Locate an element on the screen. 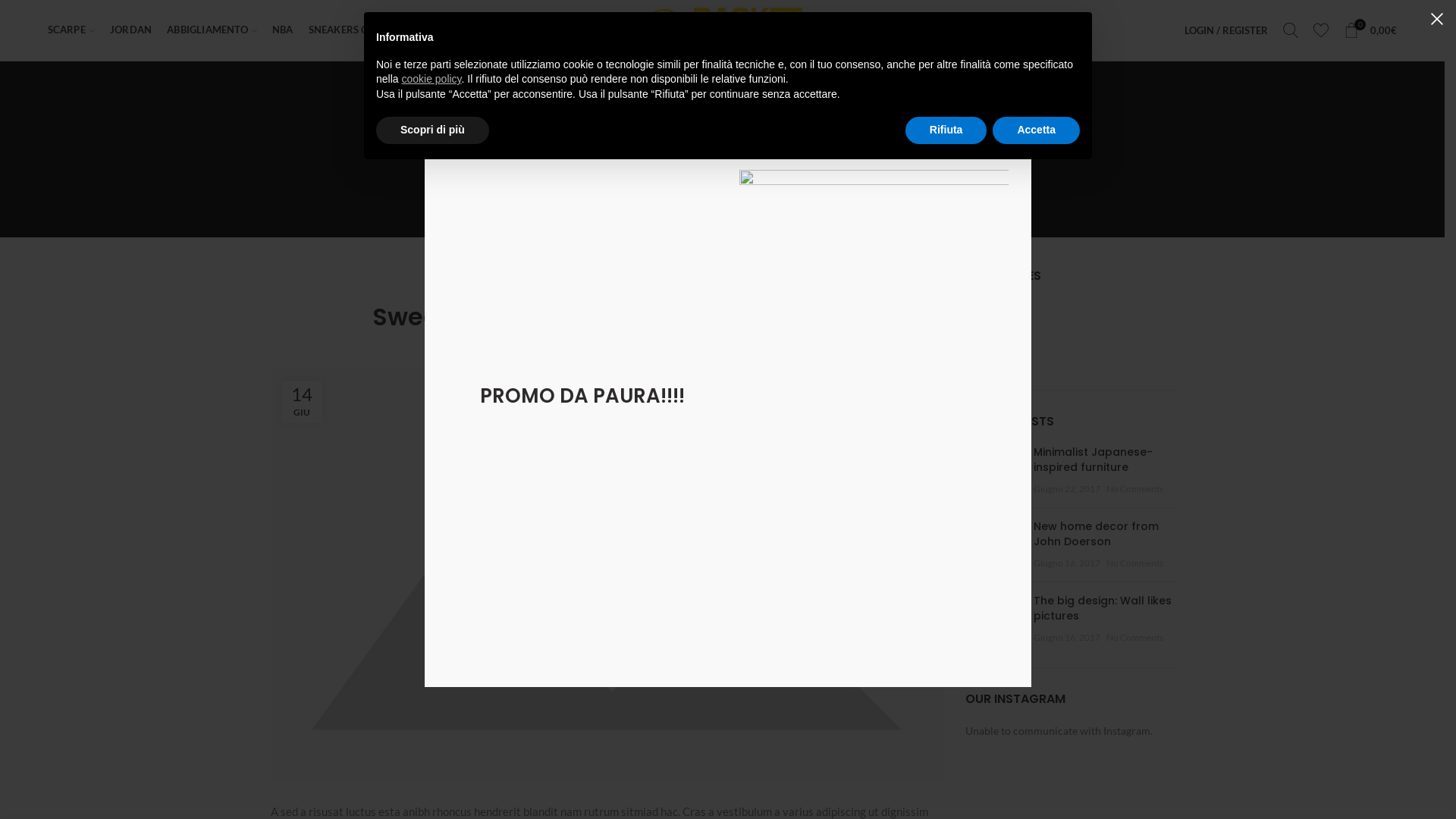 This screenshot has width=1456, height=819. '14 is located at coordinates (302, 400).